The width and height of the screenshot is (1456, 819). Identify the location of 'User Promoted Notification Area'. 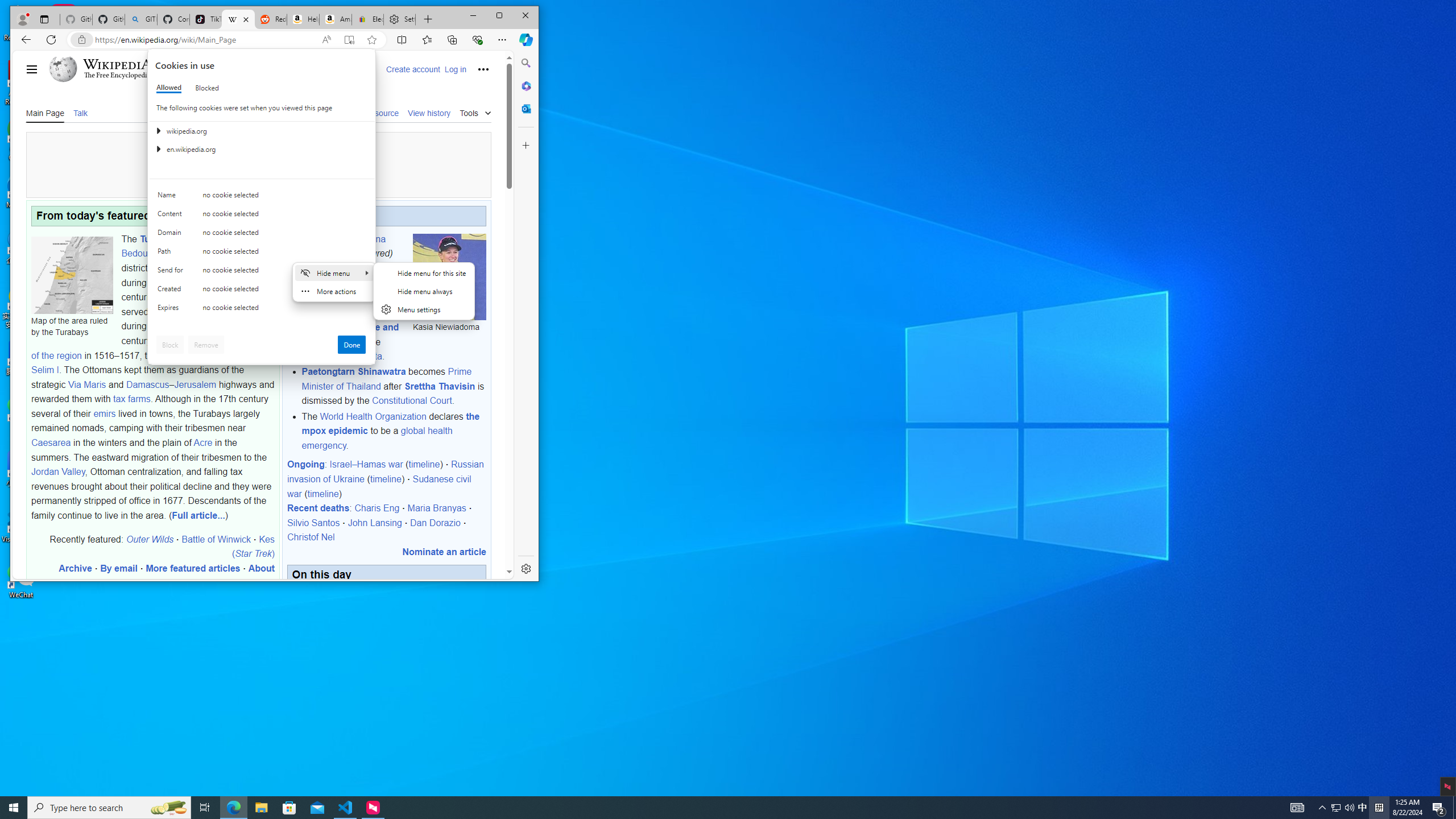
(1342, 806).